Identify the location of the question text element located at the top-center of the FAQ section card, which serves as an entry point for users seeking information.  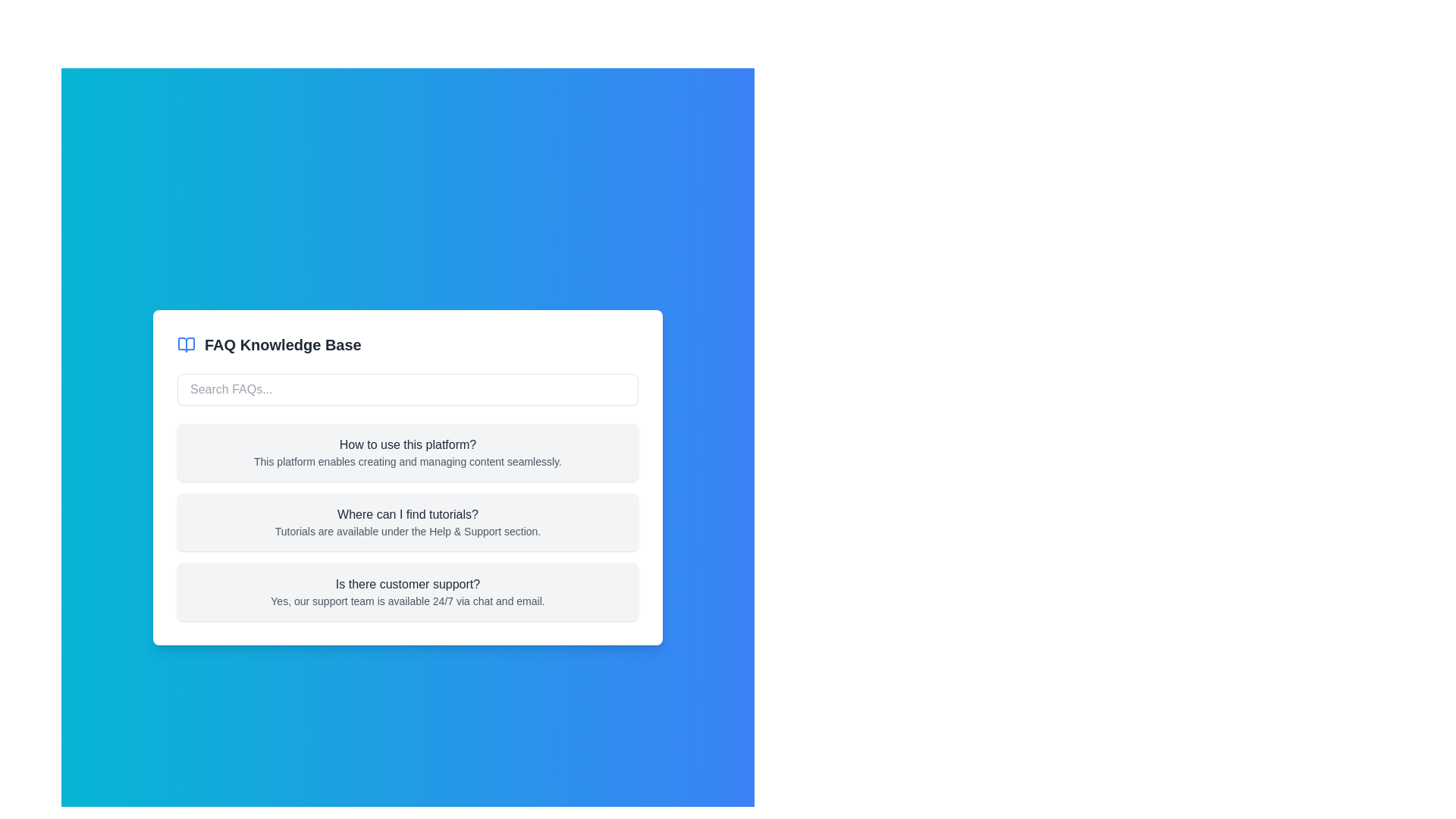
(407, 444).